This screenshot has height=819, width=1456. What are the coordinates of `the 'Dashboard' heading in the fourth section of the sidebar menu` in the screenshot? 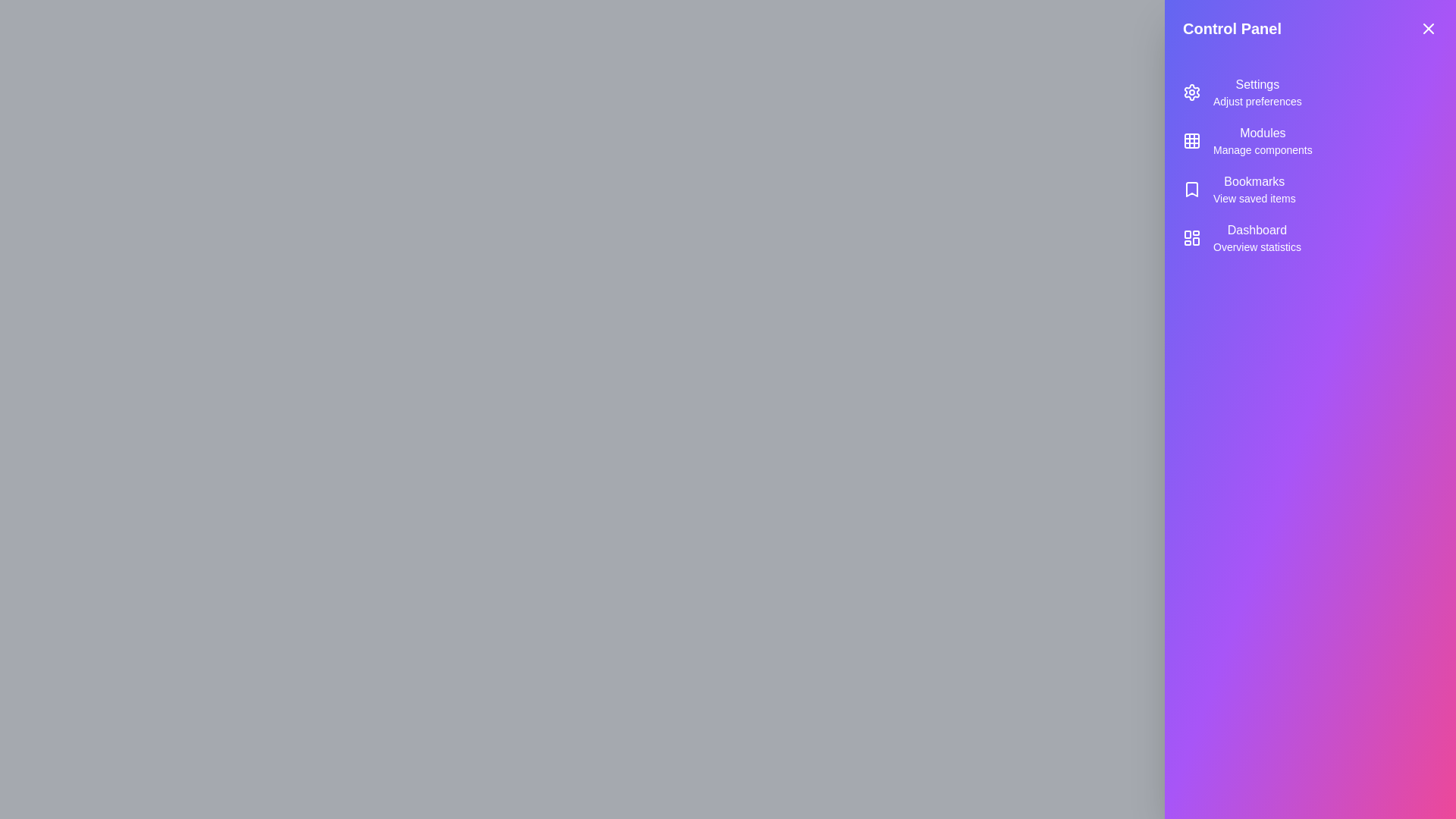 It's located at (1257, 231).